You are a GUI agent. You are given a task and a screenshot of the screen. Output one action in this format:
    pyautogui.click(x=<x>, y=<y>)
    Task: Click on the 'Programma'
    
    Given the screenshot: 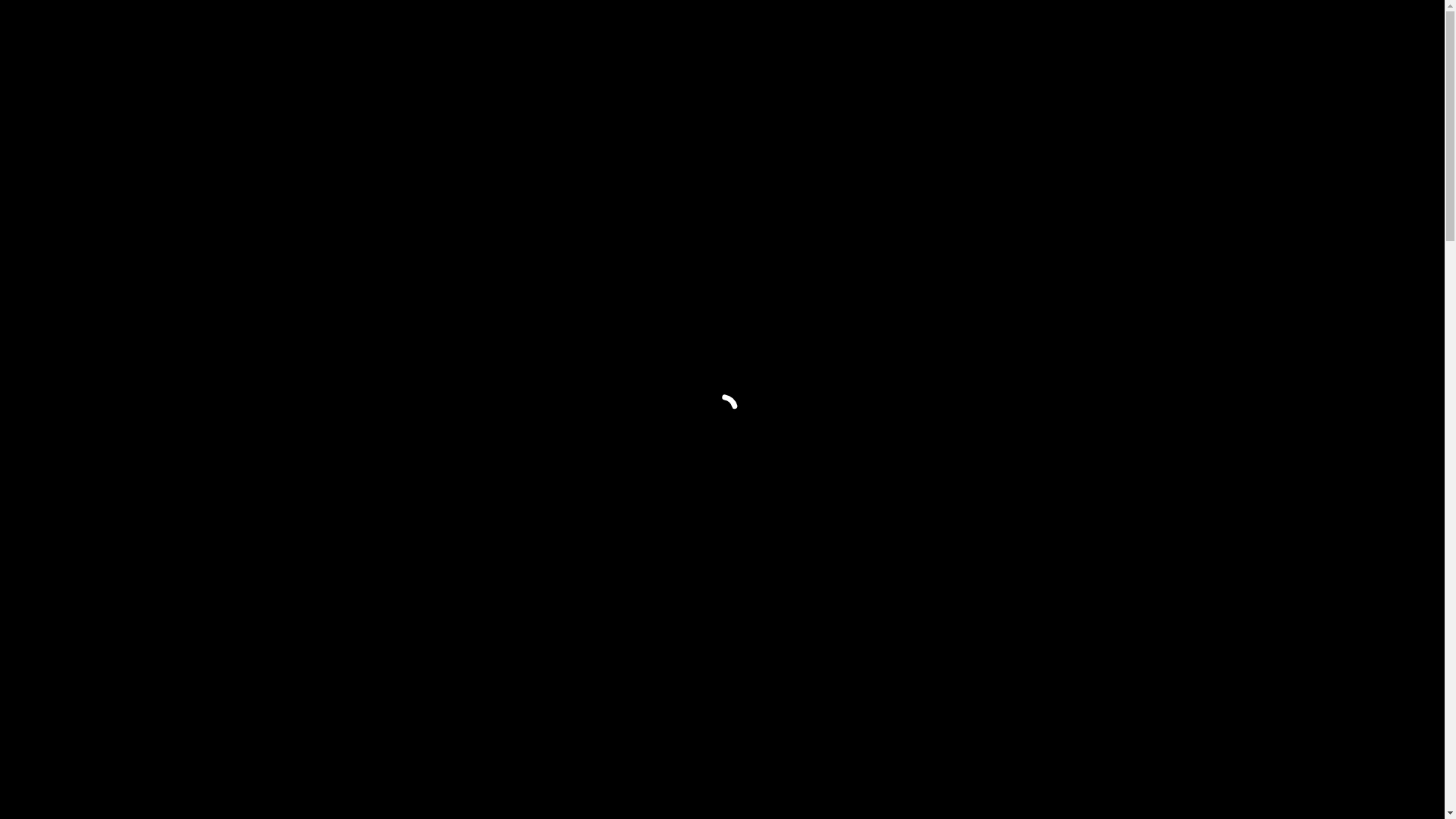 What is the action you would take?
    pyautogui.click(x=920, y=35)
    